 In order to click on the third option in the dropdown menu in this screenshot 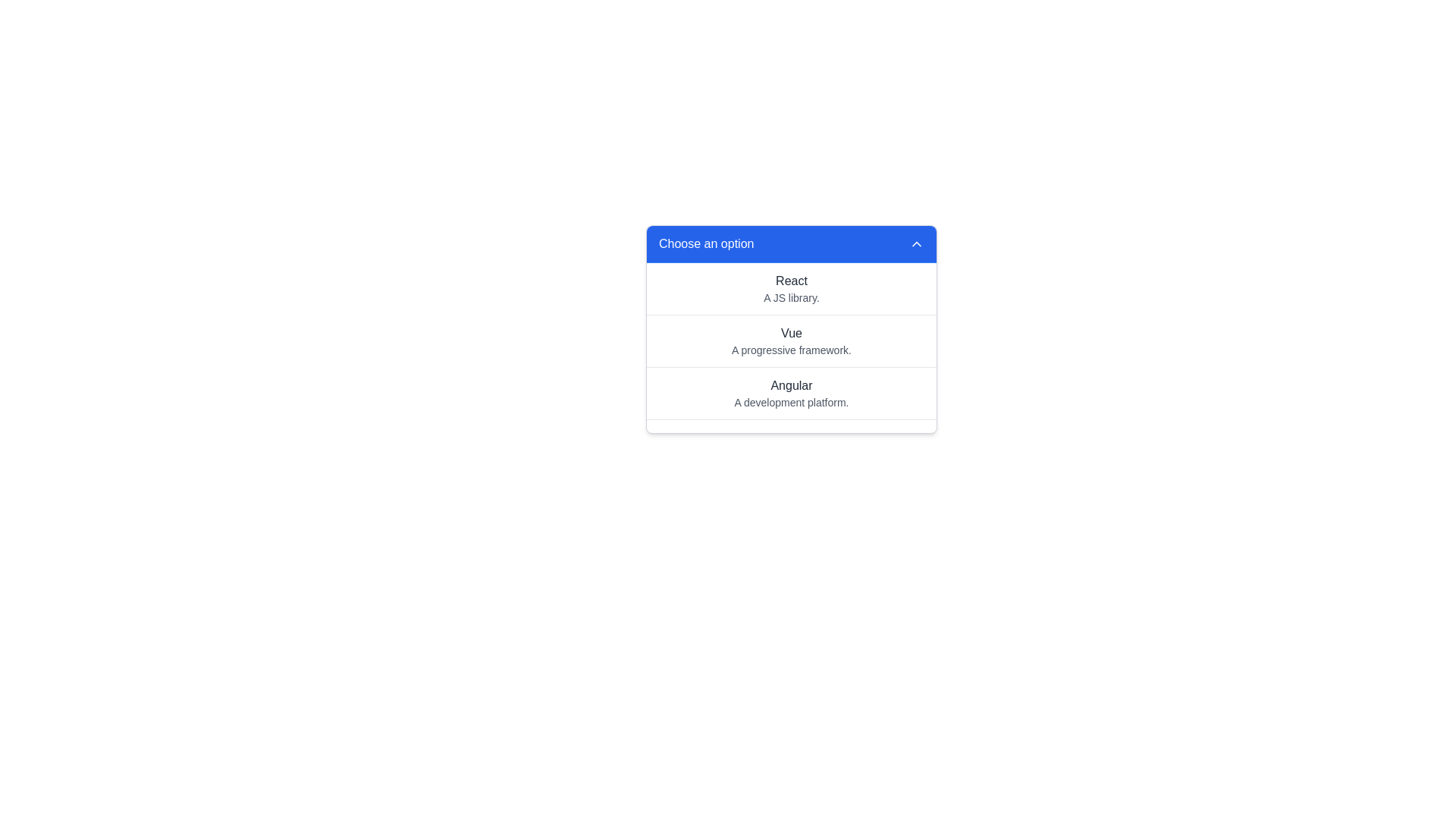, I will do `click(790, 391)`.